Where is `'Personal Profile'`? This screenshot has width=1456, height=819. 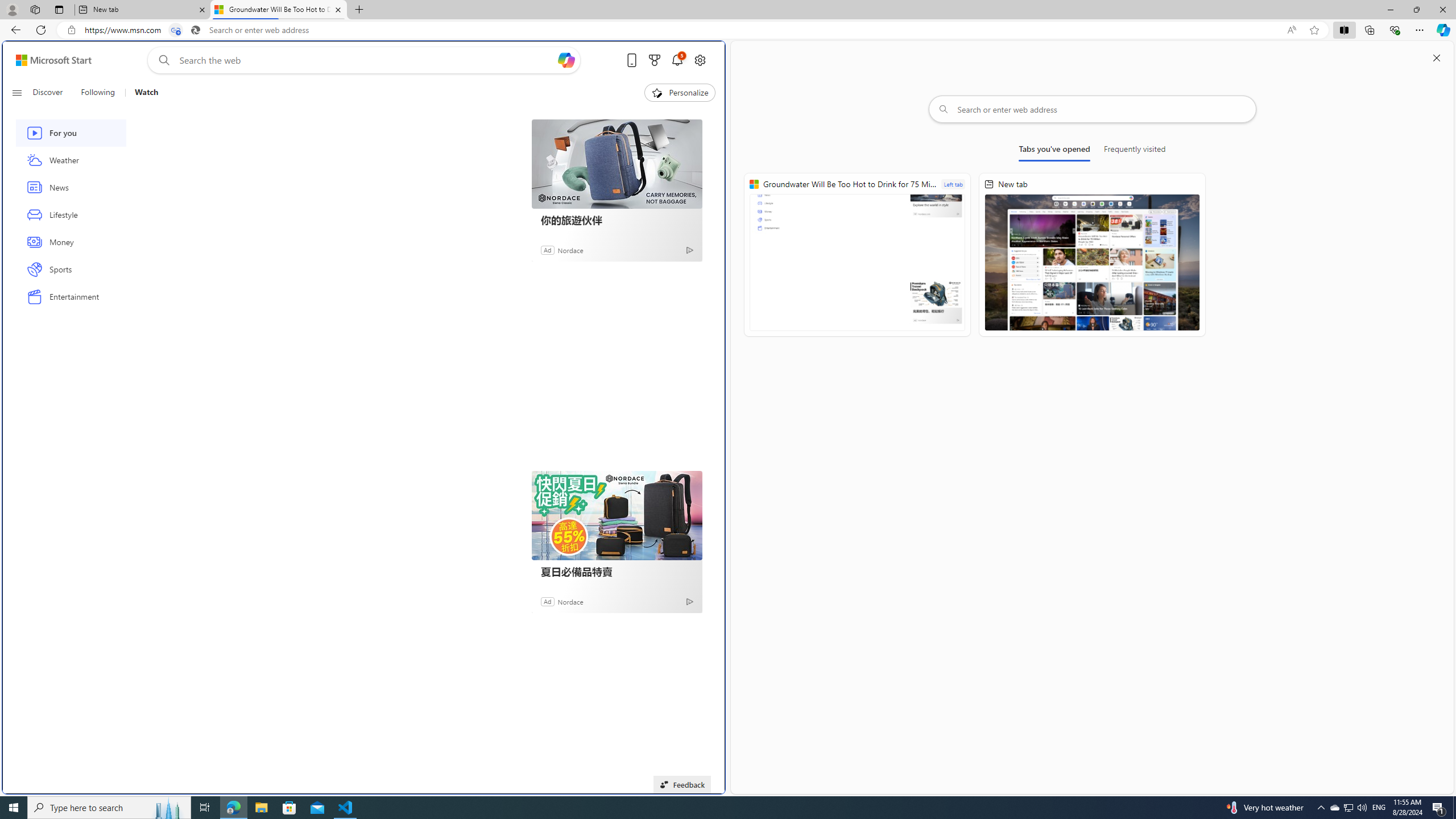
'Personal Profile' is located at coordinates (11, 9).